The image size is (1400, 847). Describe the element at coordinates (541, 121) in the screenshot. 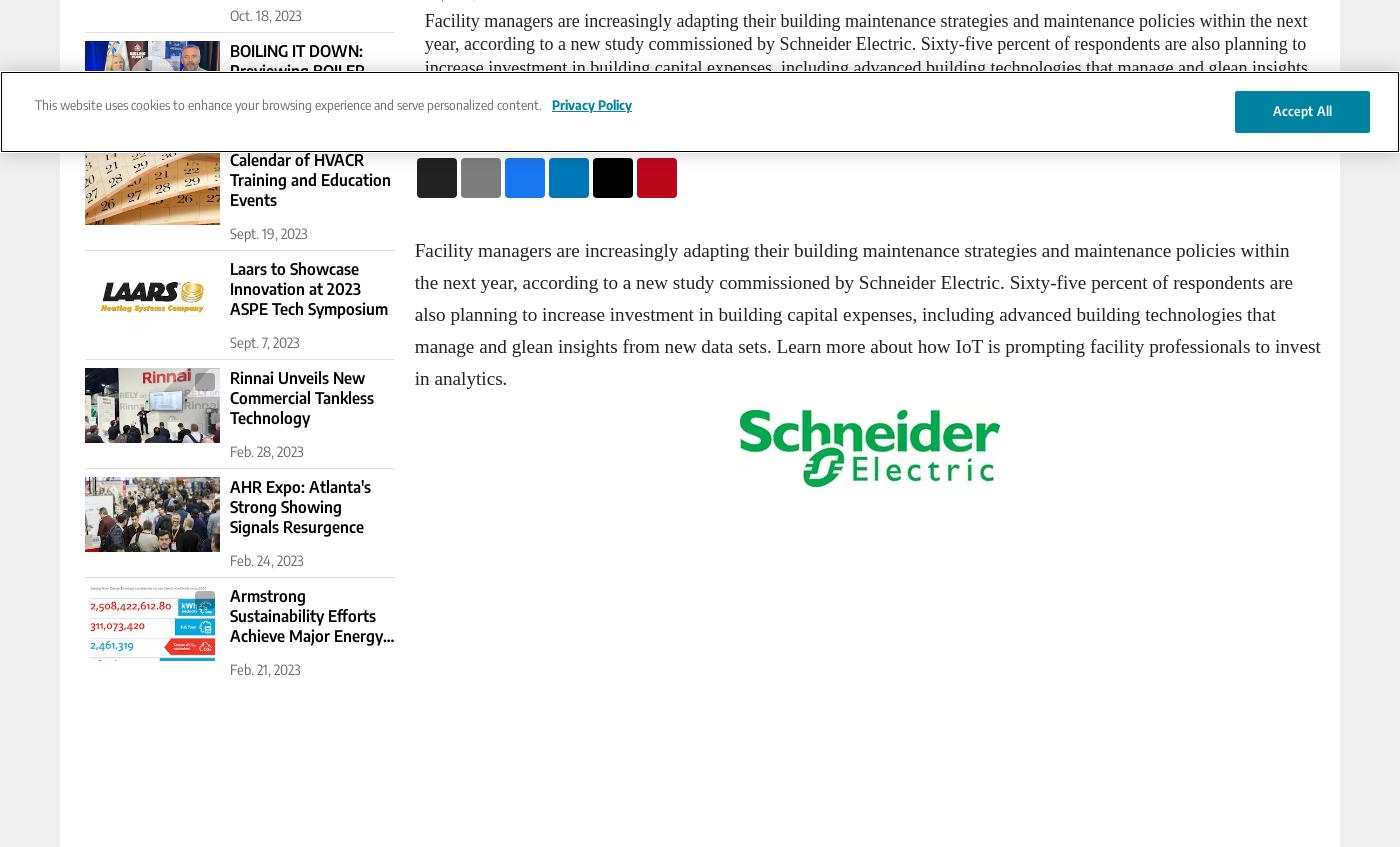

I see `'Content Sponsored Schneider Electric'` at that location.